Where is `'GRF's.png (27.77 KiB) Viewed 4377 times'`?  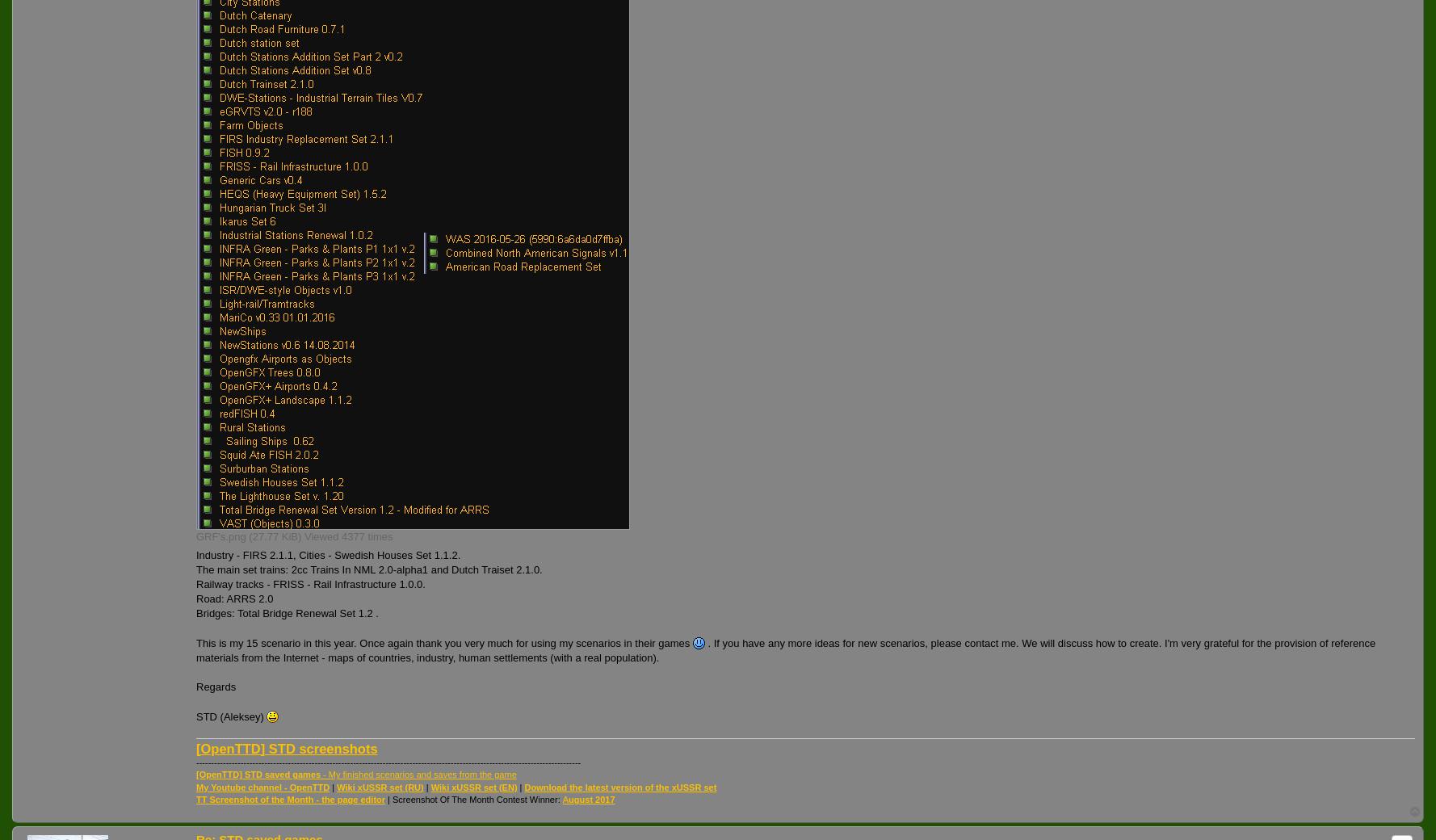
'GRF's.png (27.77 KiB) Viewed 4377 times' is located at coordinates (293, 536).